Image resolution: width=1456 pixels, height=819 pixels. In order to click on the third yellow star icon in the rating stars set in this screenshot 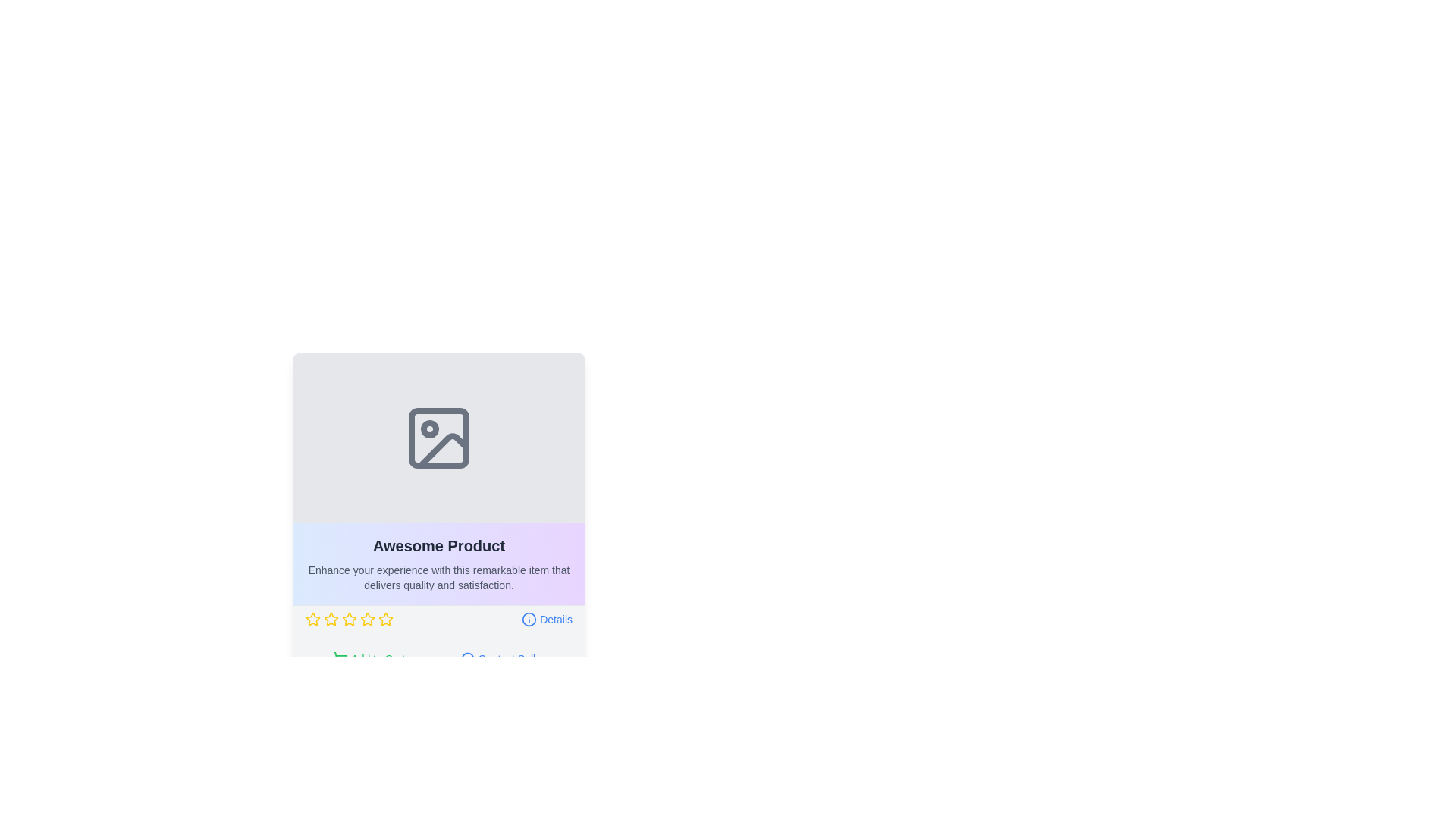, I will do `click(330, 620)`.